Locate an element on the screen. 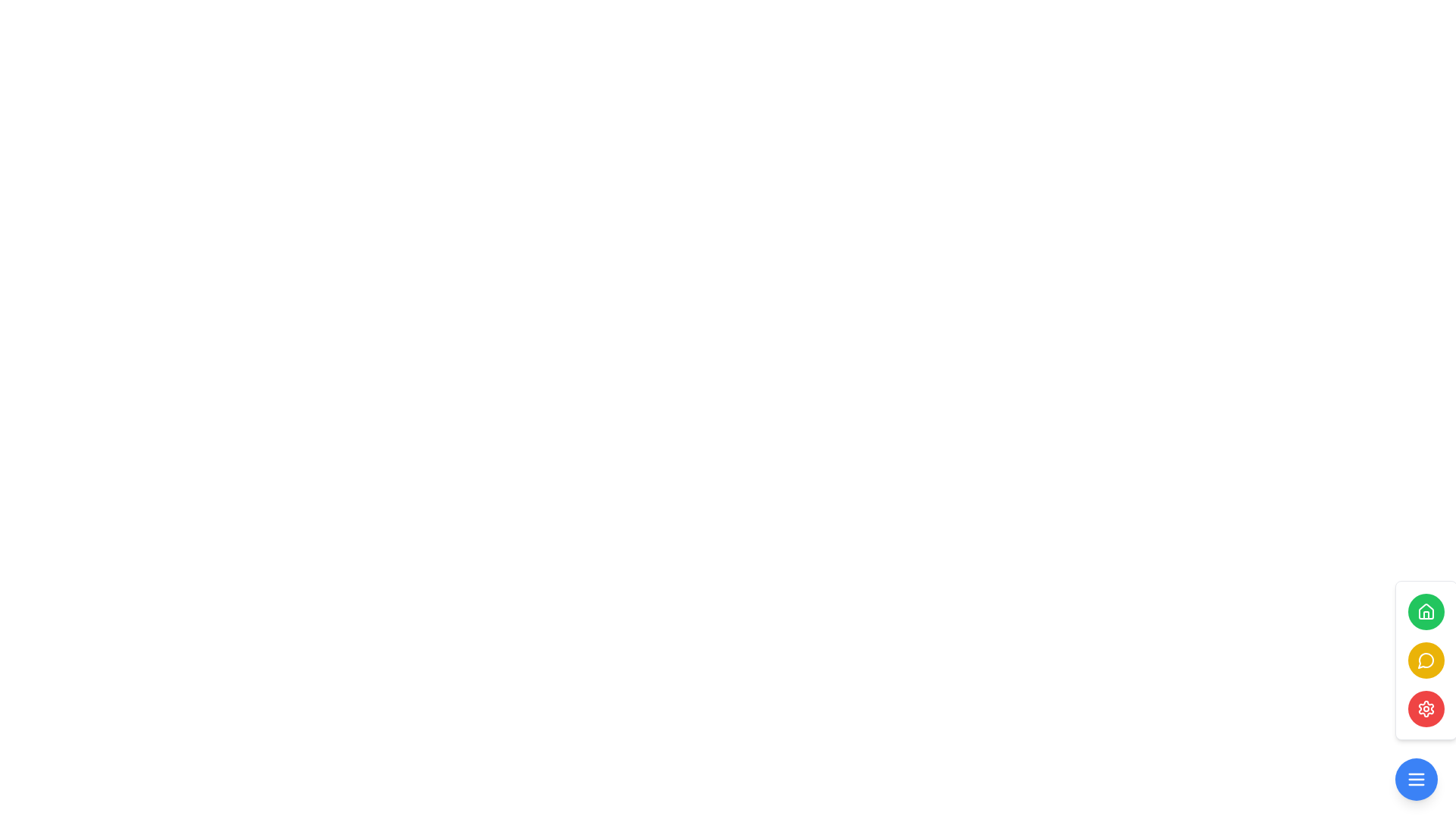 The height and width of the screenshot is (819, 1456). the messaging icon within the yellow circular button located at the bottom-right corner of the interface is located at coordinates (1426, 660).